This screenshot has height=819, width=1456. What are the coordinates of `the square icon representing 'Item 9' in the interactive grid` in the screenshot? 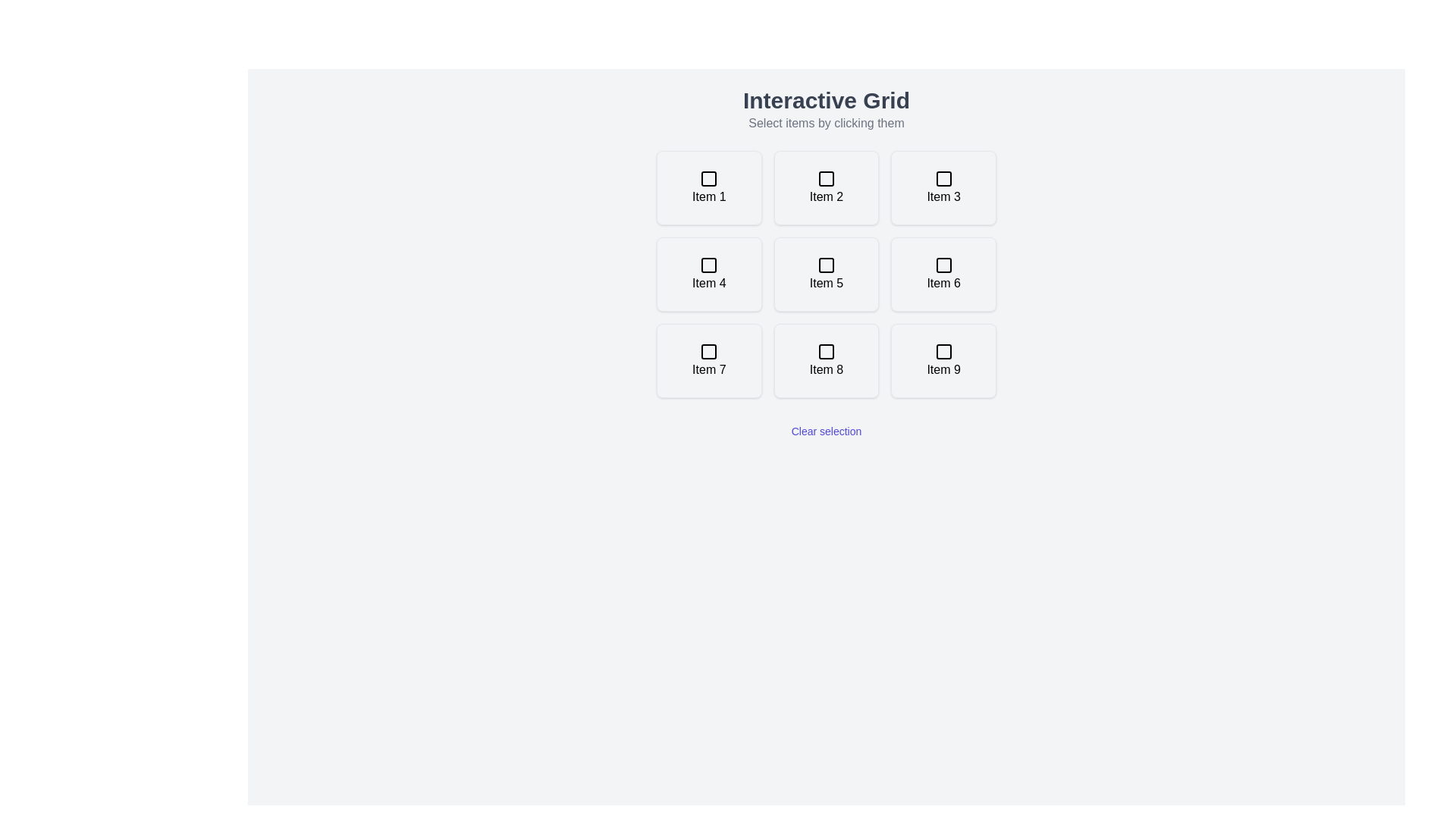 It's located at (943, 351).